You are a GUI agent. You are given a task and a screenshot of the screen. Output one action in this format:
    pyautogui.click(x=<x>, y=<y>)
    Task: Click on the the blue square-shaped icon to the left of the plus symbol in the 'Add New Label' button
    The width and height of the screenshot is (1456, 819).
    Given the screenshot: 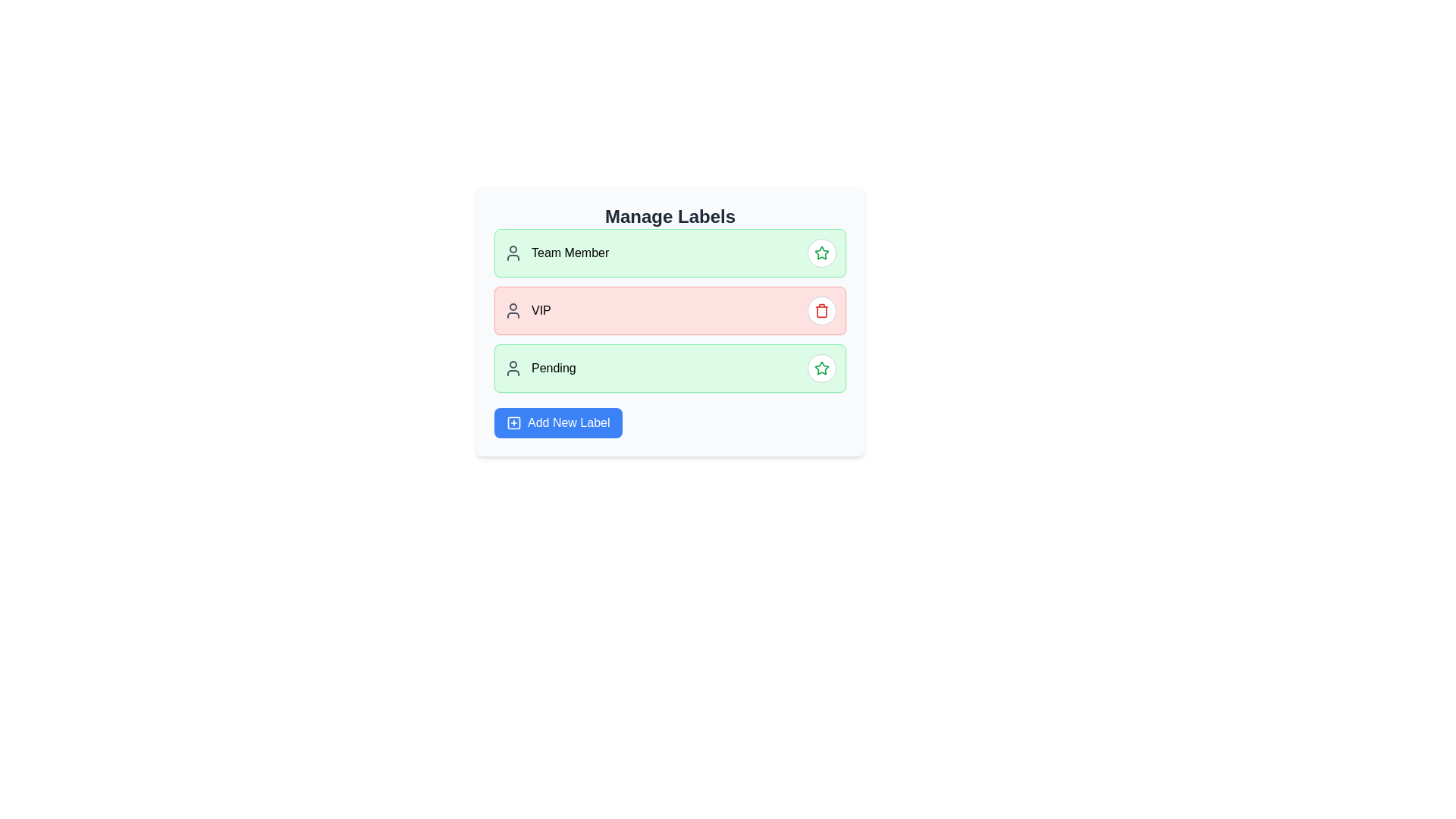 What is the action you would take?
    pyautogui.click(x=513, y=423)
    